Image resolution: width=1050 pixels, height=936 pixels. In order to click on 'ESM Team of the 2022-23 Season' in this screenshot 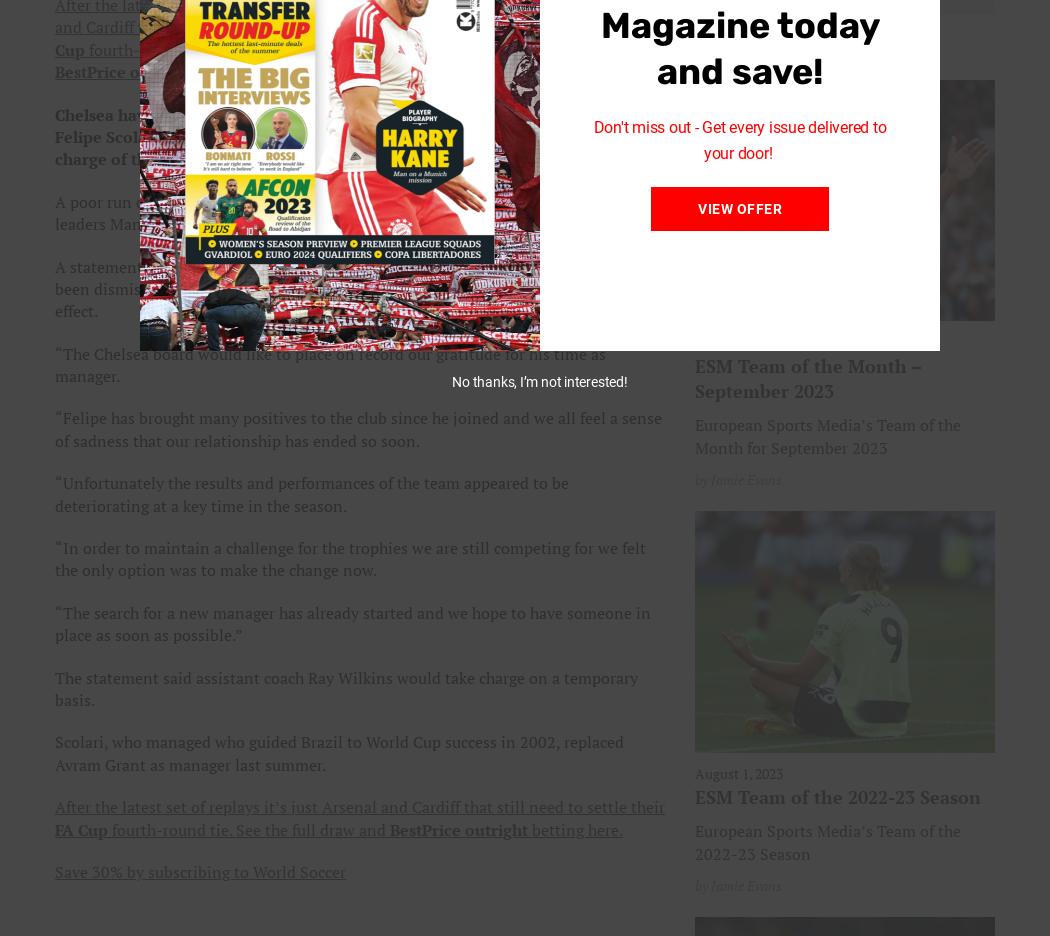, I will do `click(694, 796)`.